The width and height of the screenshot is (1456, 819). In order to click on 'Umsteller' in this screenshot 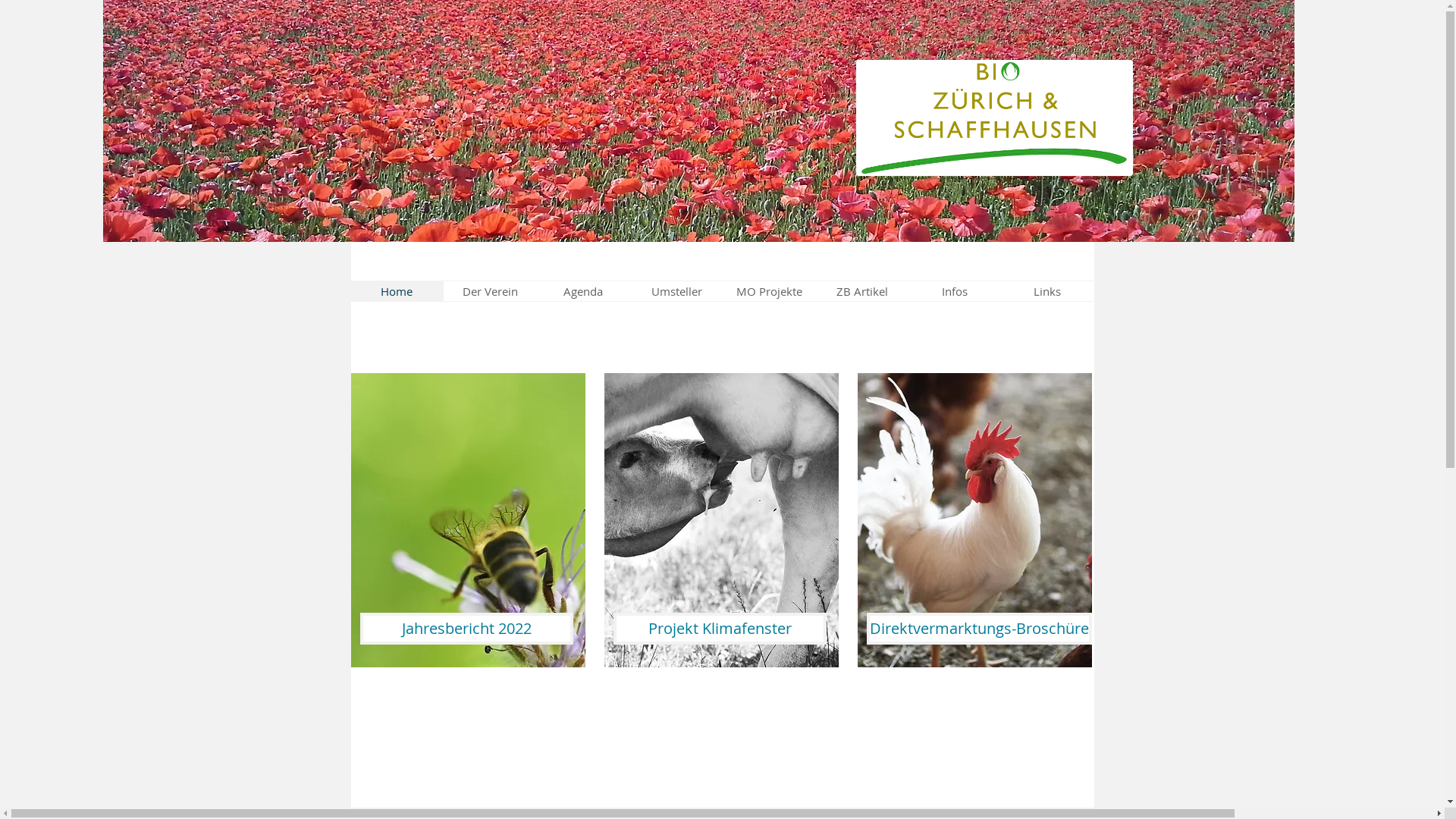, I will do `click(675, 291)`.